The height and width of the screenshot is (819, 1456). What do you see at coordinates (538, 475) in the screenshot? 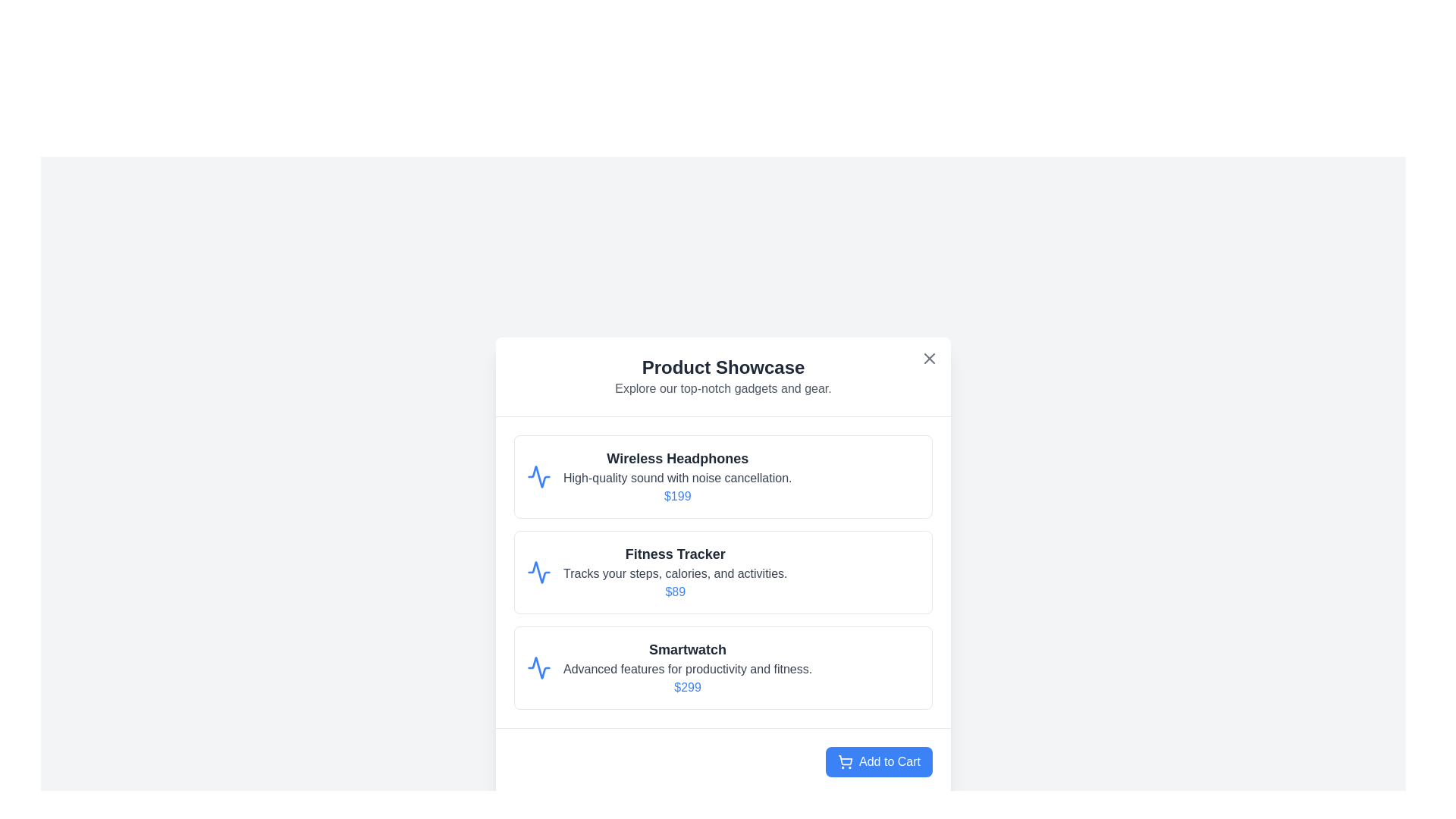
I see `the SVG graphic icon representing the 'Wireless Headphones' in the left part of the first product description section of the modal window` at bounding box center [538, 475].